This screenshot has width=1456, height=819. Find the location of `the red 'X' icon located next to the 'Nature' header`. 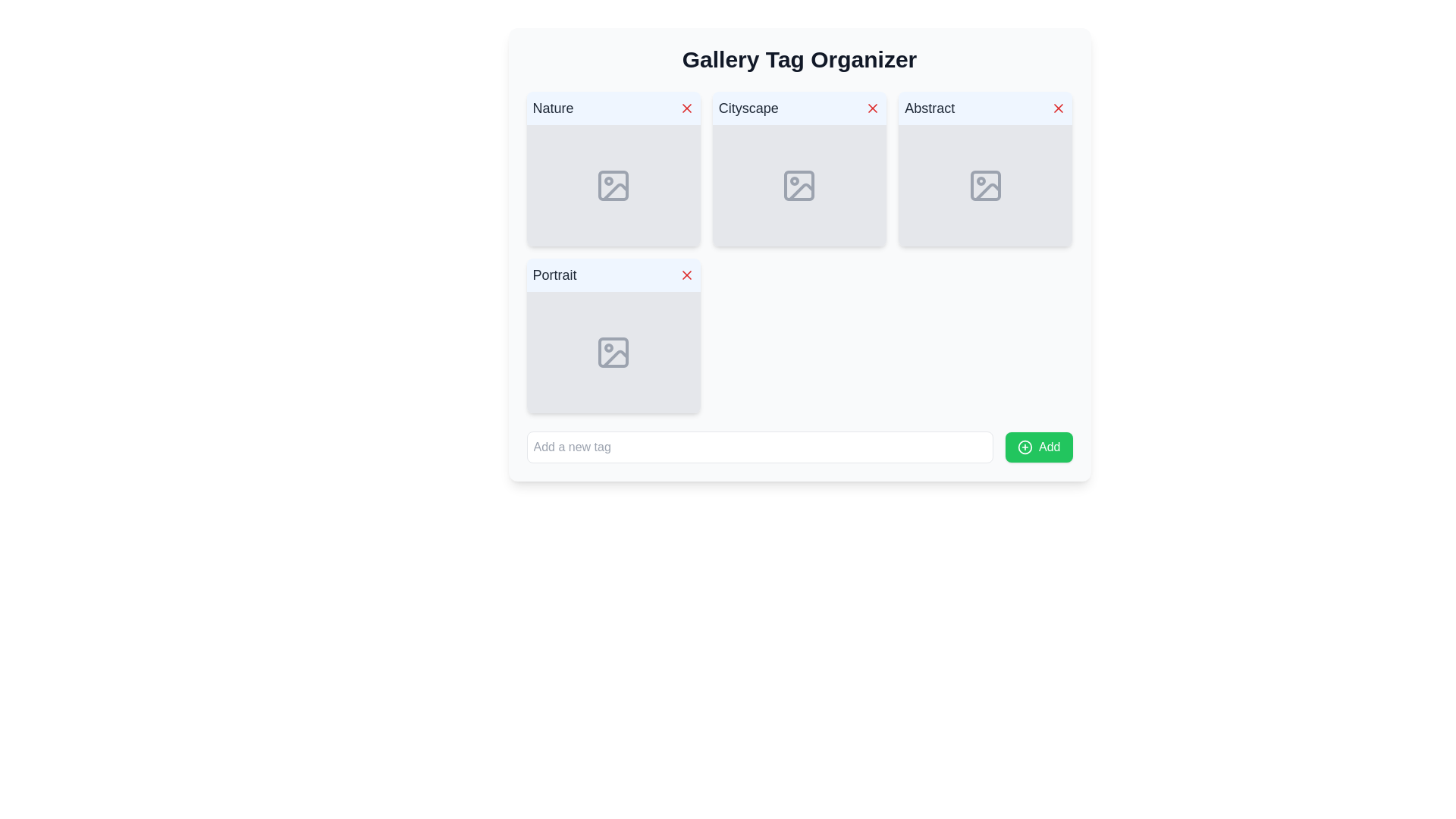

the red 'X' icon located next to the 'Nature' header is located at coordinates (686, 107).